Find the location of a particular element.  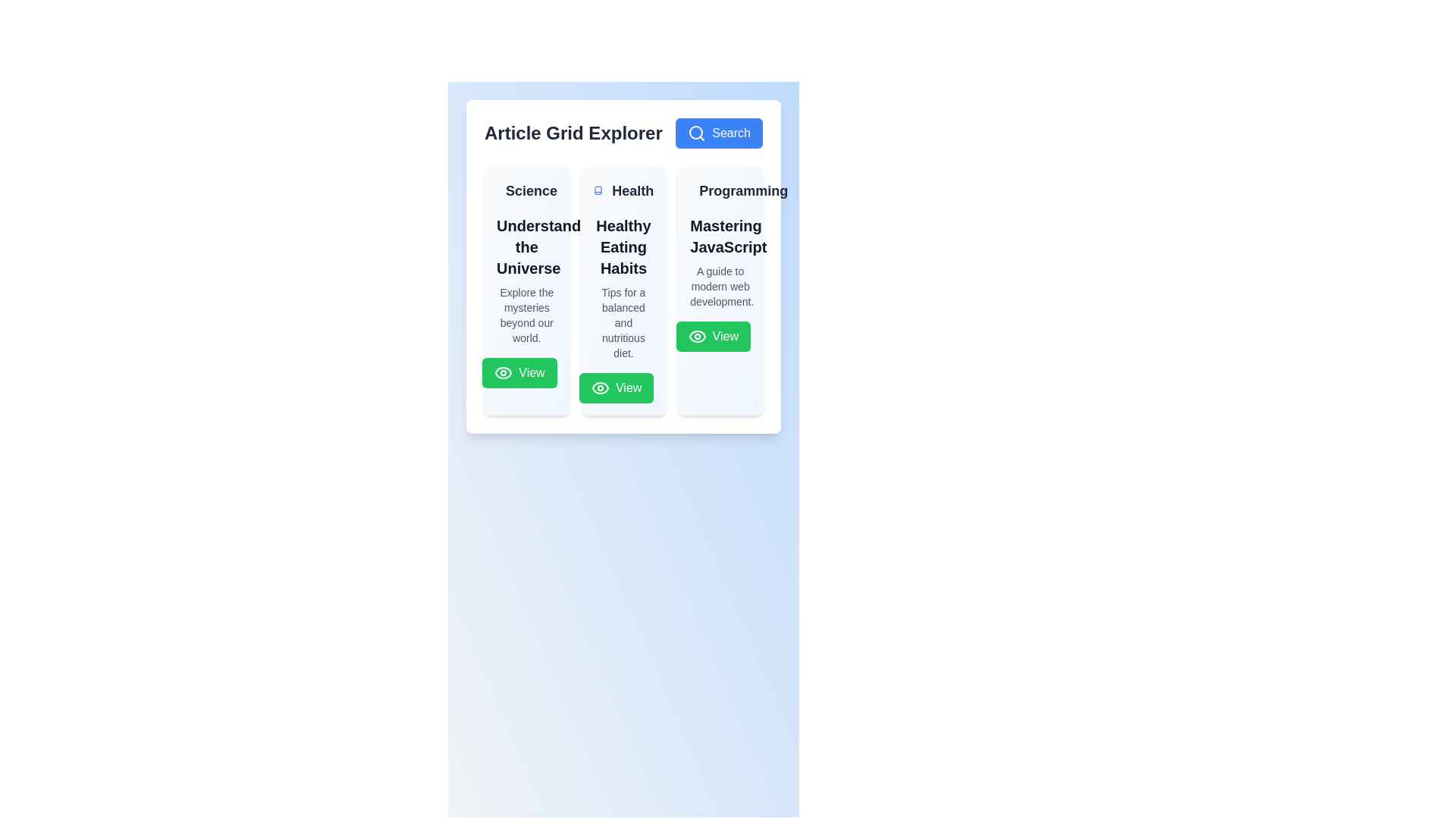

the decorative search icon located within the 'Search' button at the top right corner of the main interface, next to the 'Article Grid Explorer' heading is located at coordinates (696, 133).